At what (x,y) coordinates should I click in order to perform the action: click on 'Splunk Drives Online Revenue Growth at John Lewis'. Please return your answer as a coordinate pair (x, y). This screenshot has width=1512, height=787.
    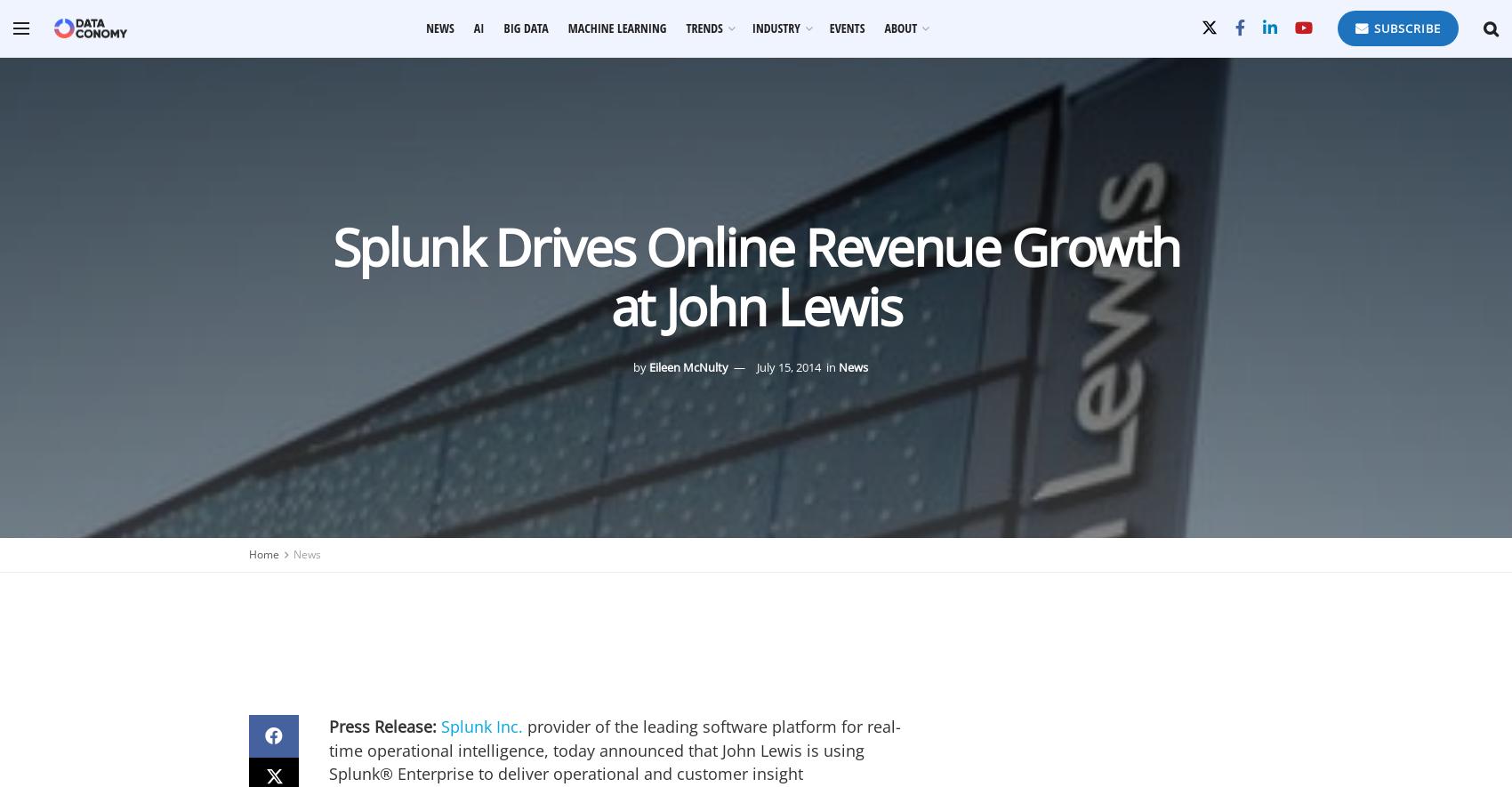
    Looking at the image, I should click on (754, 275).